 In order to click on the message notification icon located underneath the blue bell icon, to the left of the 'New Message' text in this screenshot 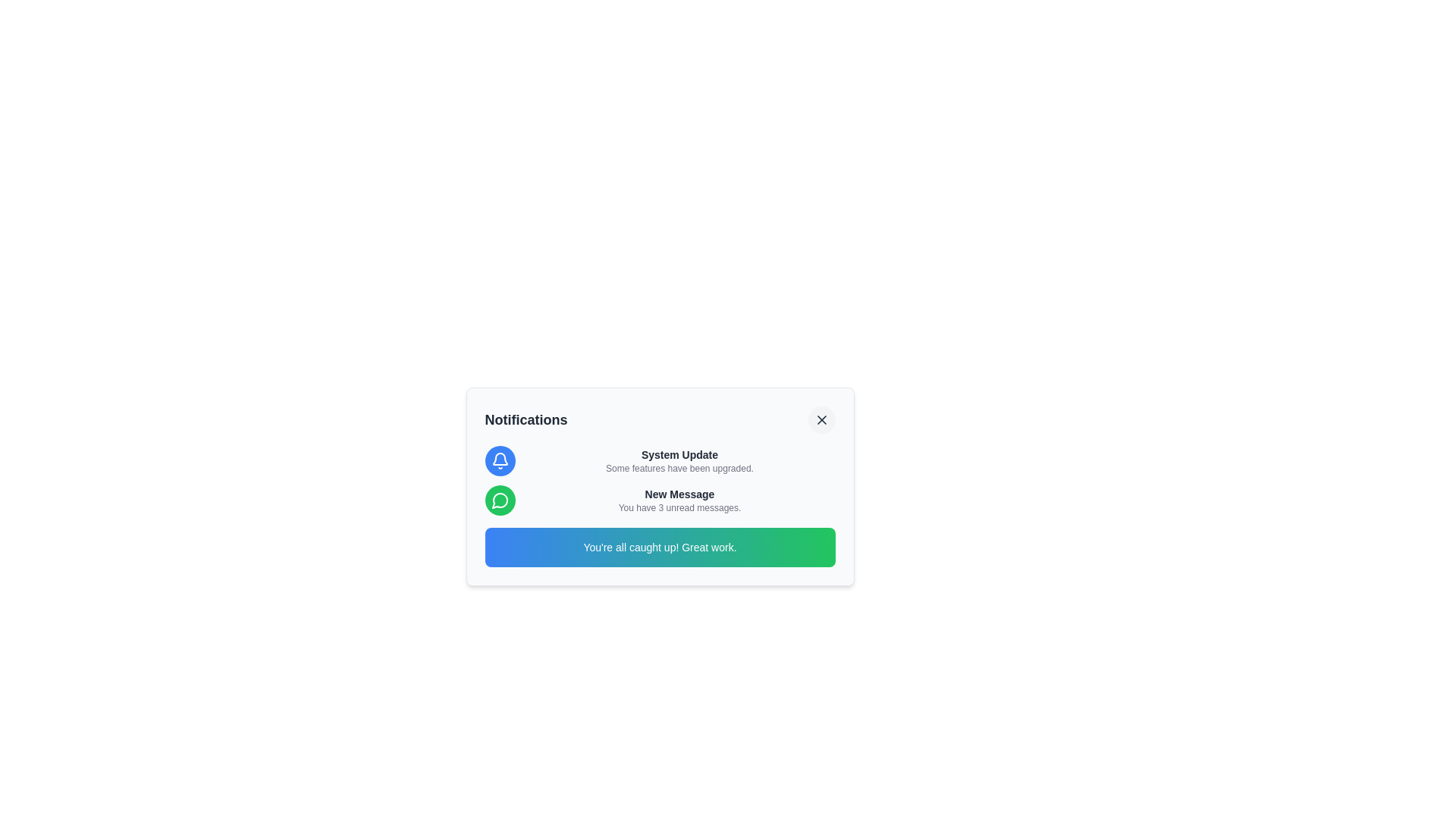, I will do `click(500, 500)`.